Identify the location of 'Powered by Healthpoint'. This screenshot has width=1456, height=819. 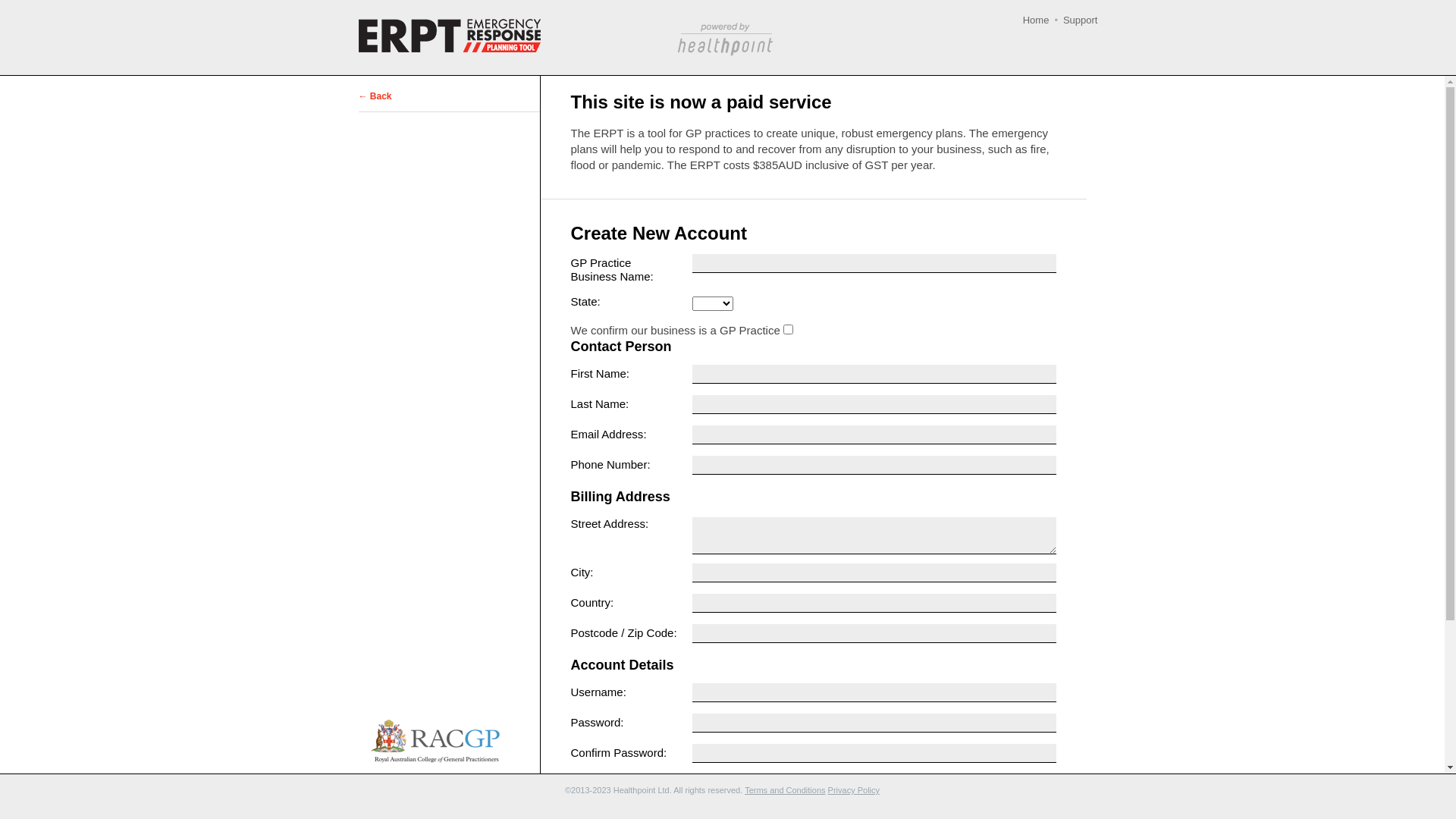
(723, 38).